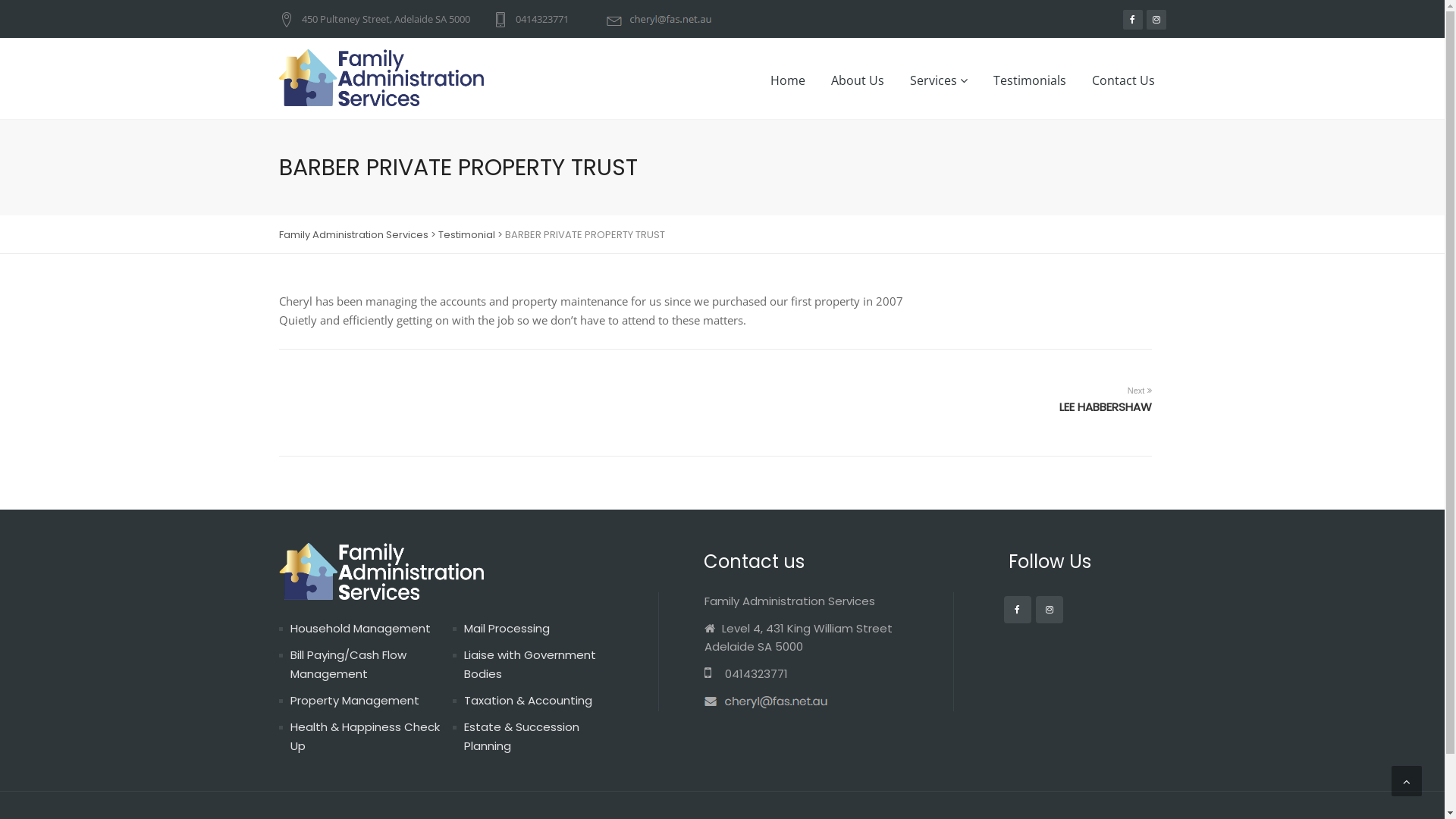 This screenshot has height=819, width=1456. What do you see at coordinates (937, 80) in the screenshot?
I see `'Services'` at bounding box center [937, 80].